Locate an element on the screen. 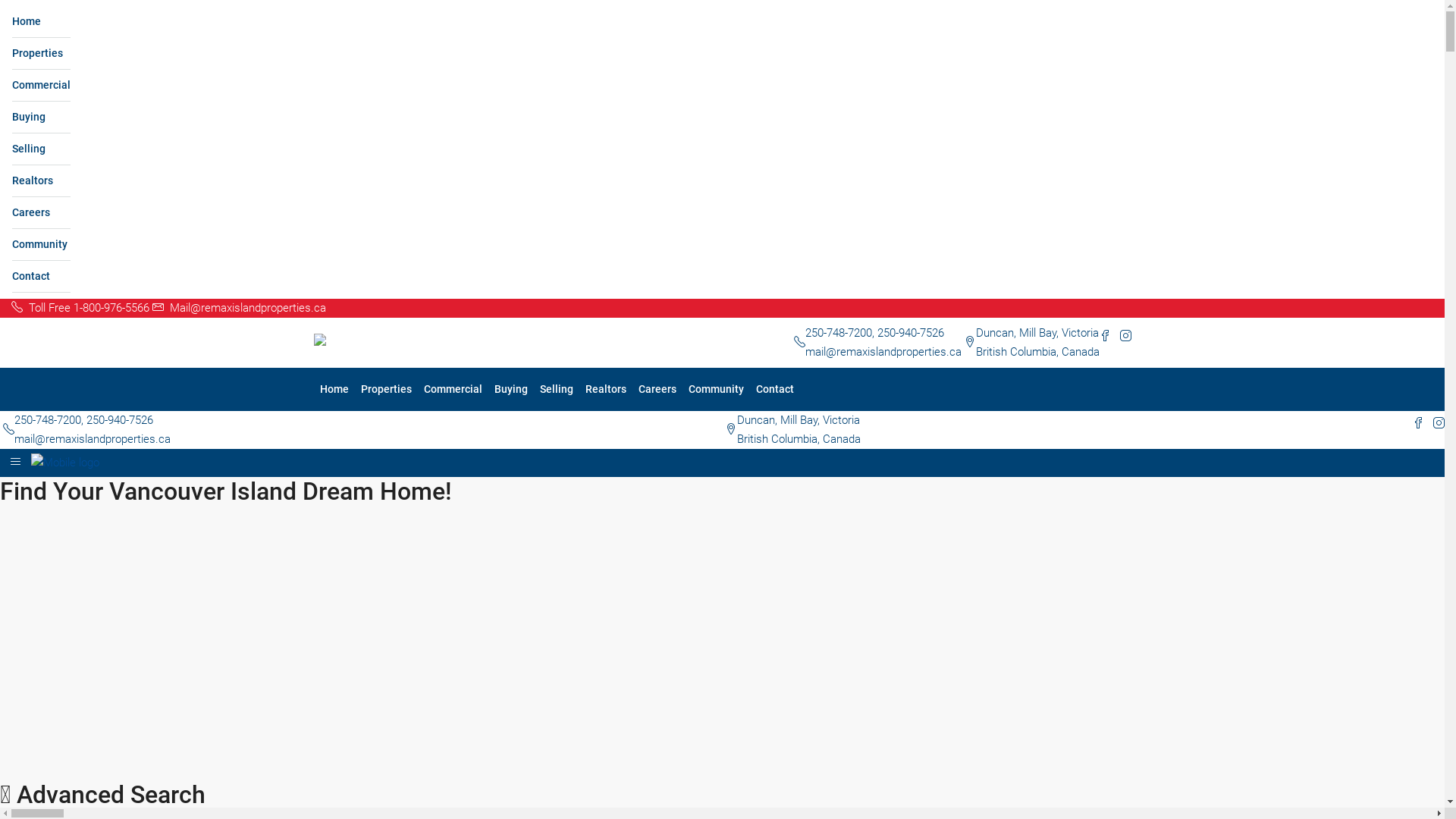 This screenshot has height=819, width=1456. '250-748-7200, 250-940-7526' is located at coordinates (874, 332).